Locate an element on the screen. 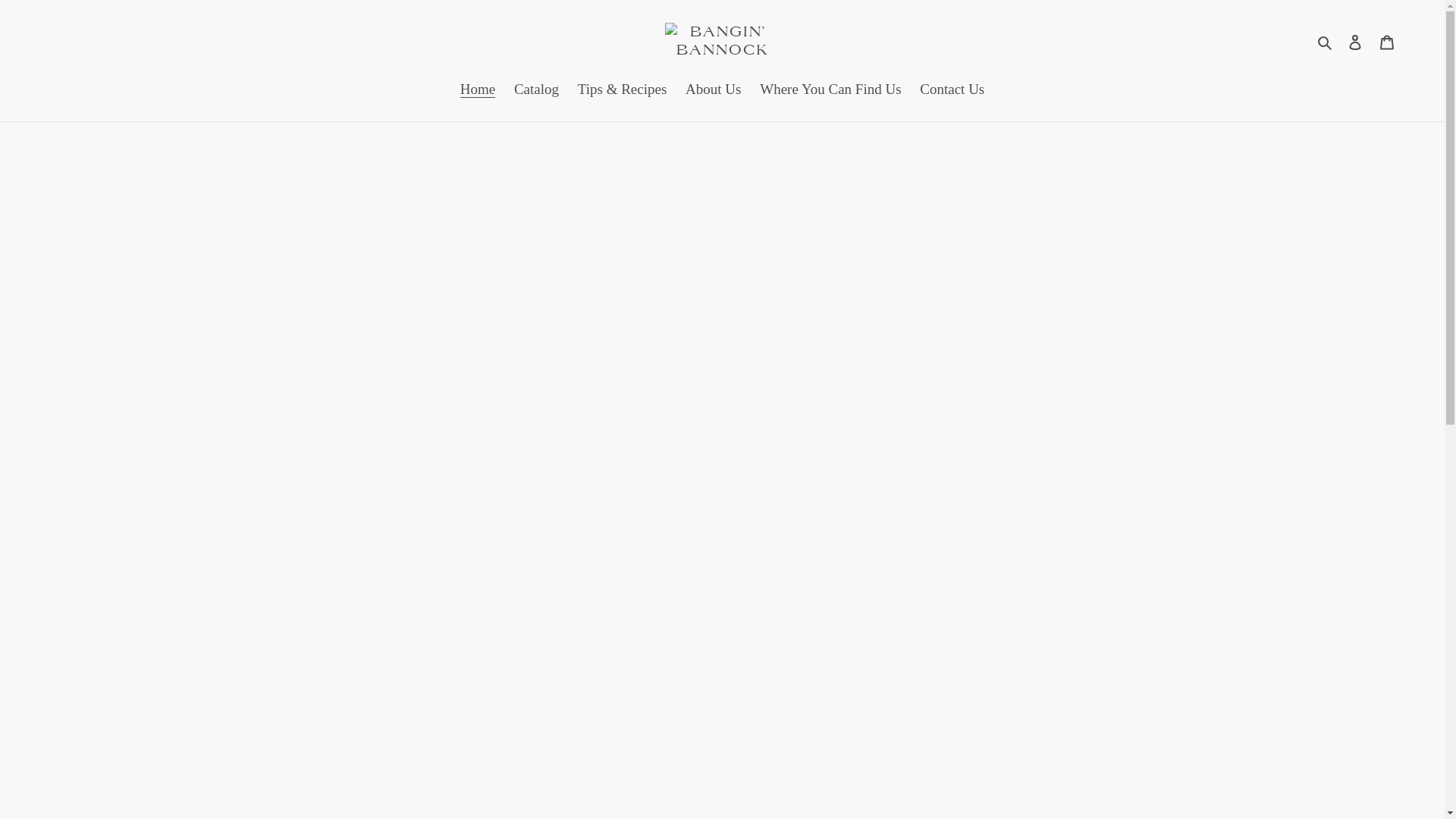 The height and width of the screenshot is (819, 1456). 'Catalog' is located at coordinates (536, 90).